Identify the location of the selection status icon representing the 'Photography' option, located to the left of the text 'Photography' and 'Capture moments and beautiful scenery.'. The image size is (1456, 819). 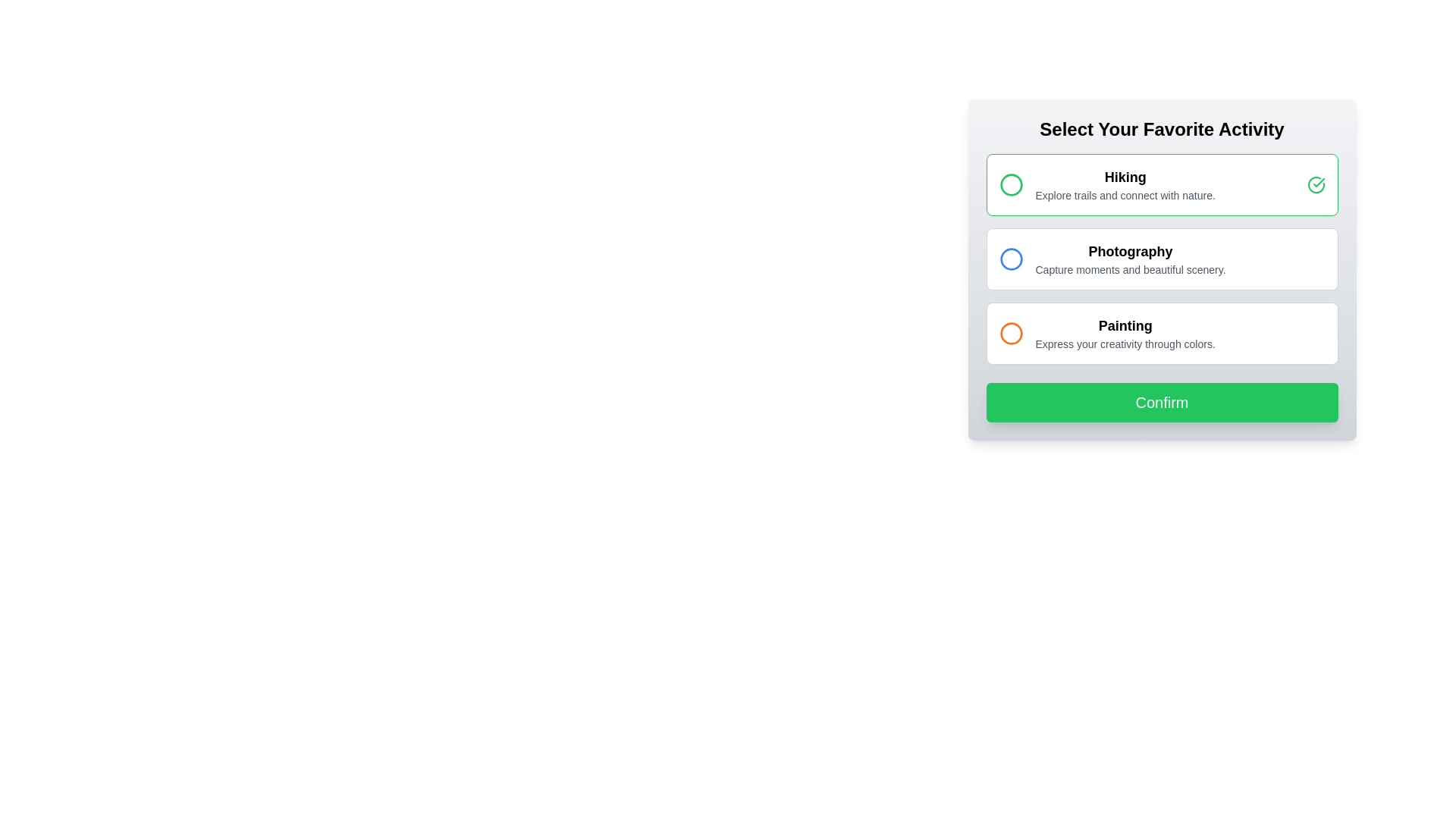
(1011, 259).